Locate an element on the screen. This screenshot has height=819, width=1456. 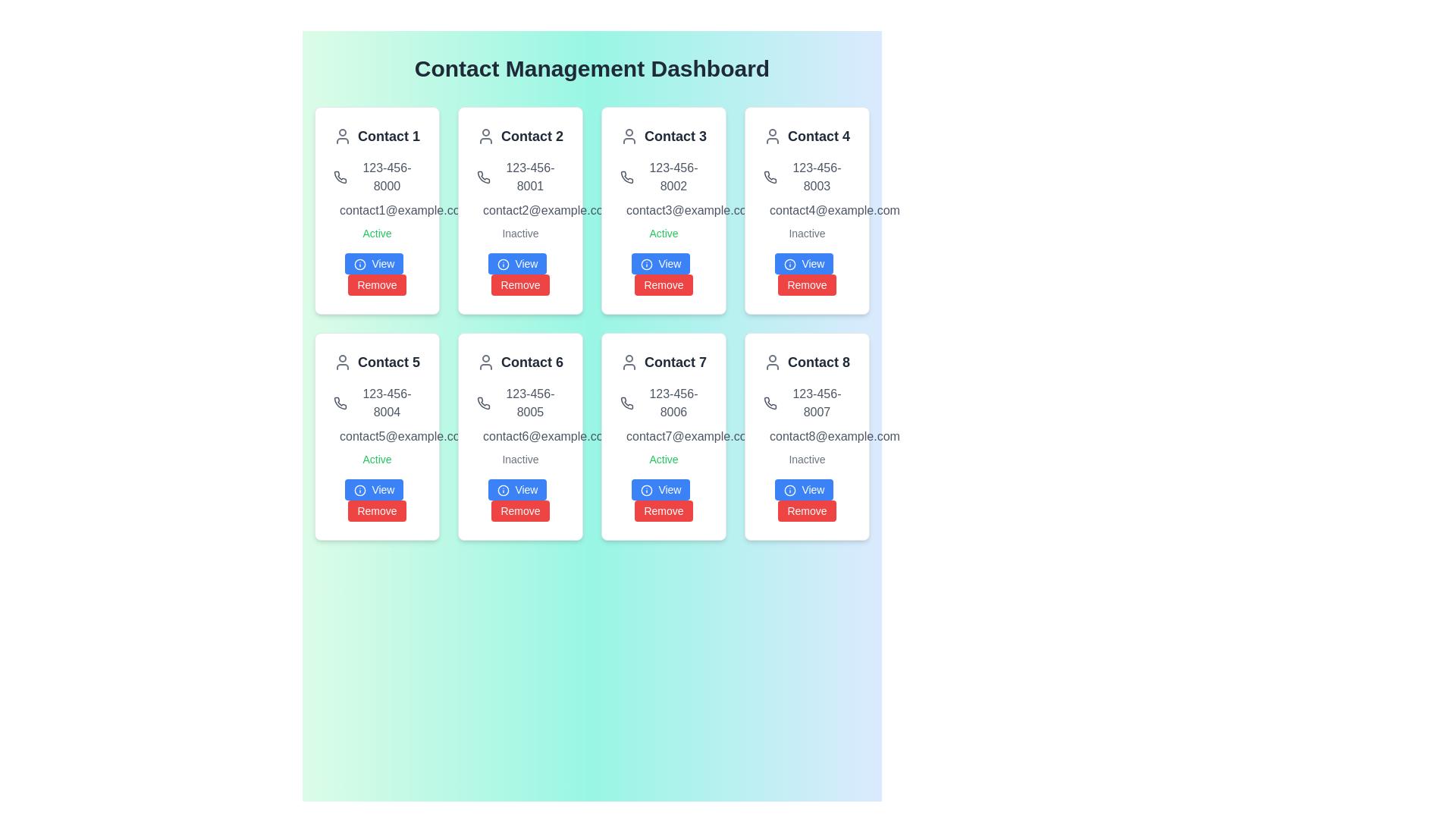
the rectangular body of the envelope icon located next to the header text 'Contact 3' in the third card of the contact dashboard is located at coordinates (629, 212).